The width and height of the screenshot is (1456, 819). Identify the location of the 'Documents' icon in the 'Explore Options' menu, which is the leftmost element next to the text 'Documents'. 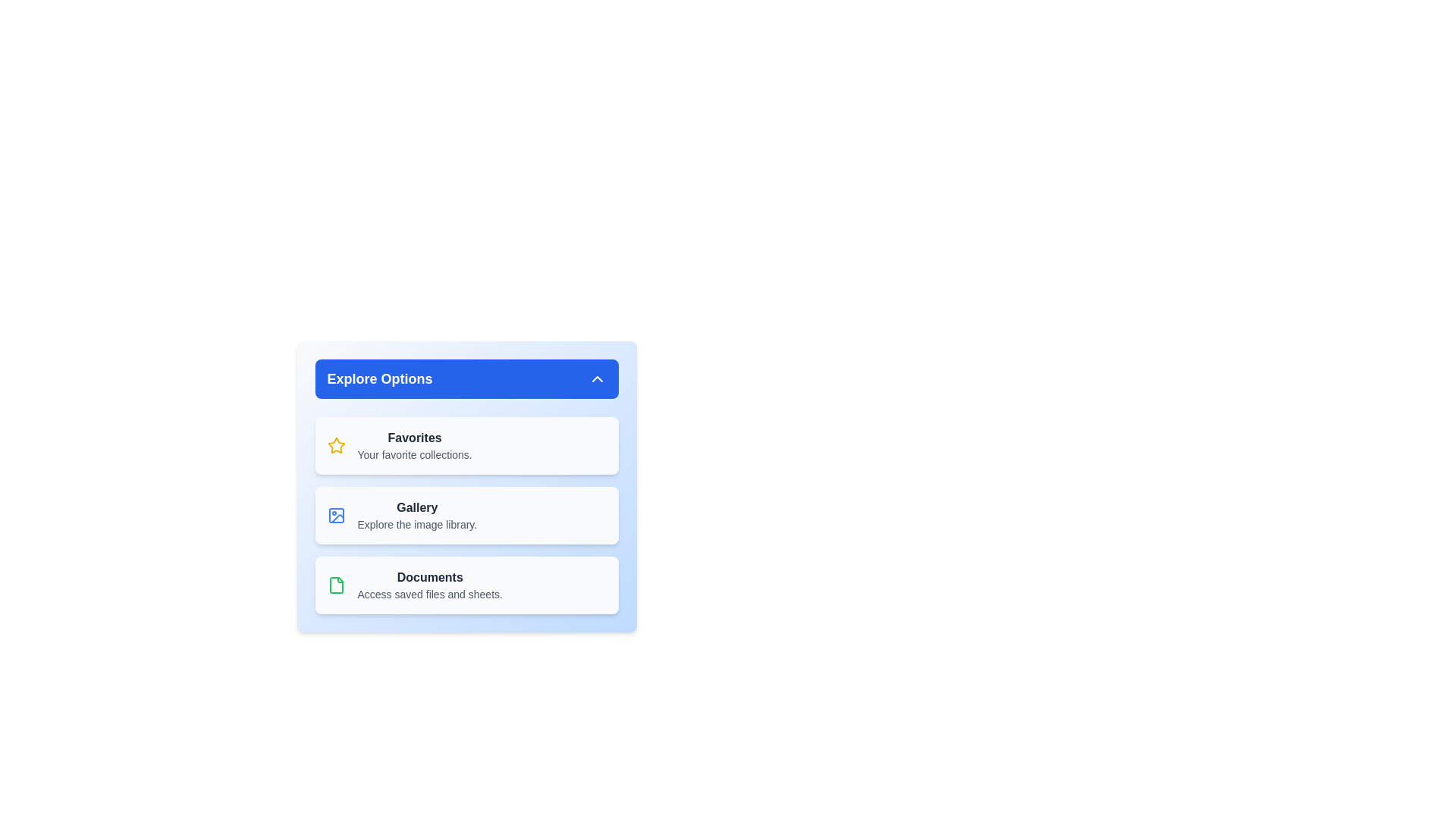
(335, 584).